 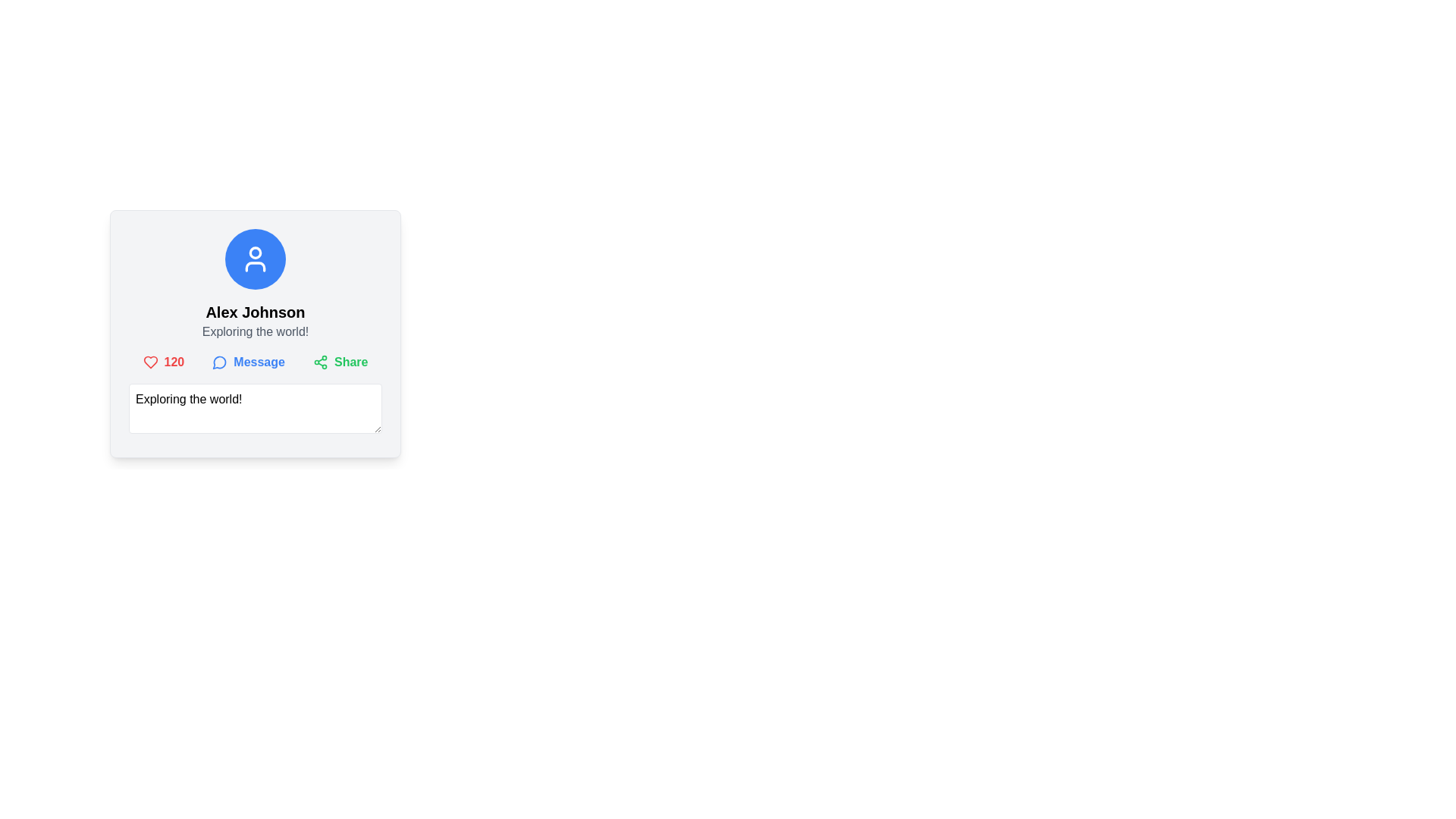 I want to click on the small blue circle icon with a white center that resembles a messaging icon, located to the left of the 'Message' button, so click(x=219, y=362).